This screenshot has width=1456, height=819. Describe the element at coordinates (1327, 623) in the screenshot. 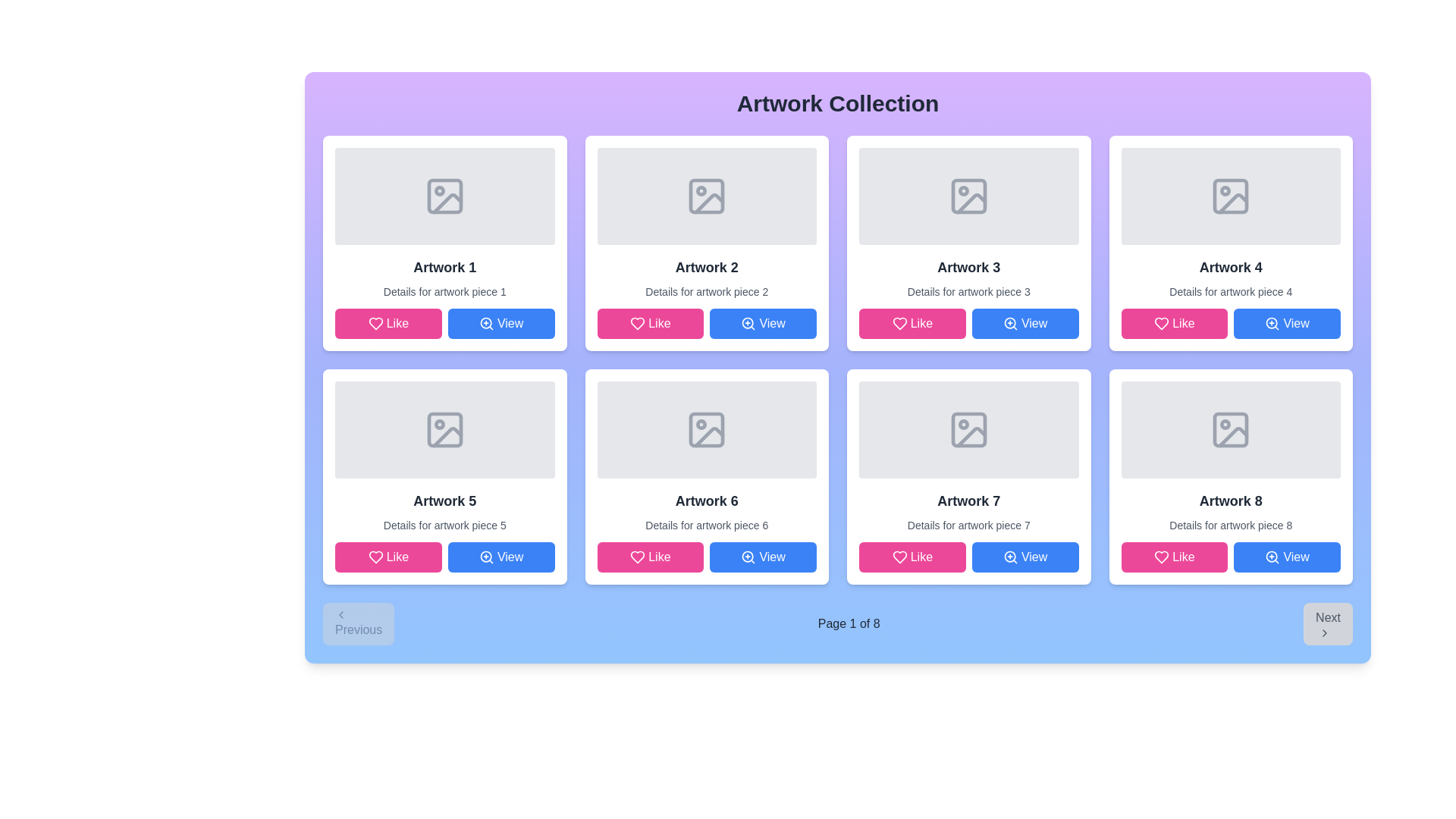

I see `the 'Next' button located at the bottom-right corner of the interface` at that location.